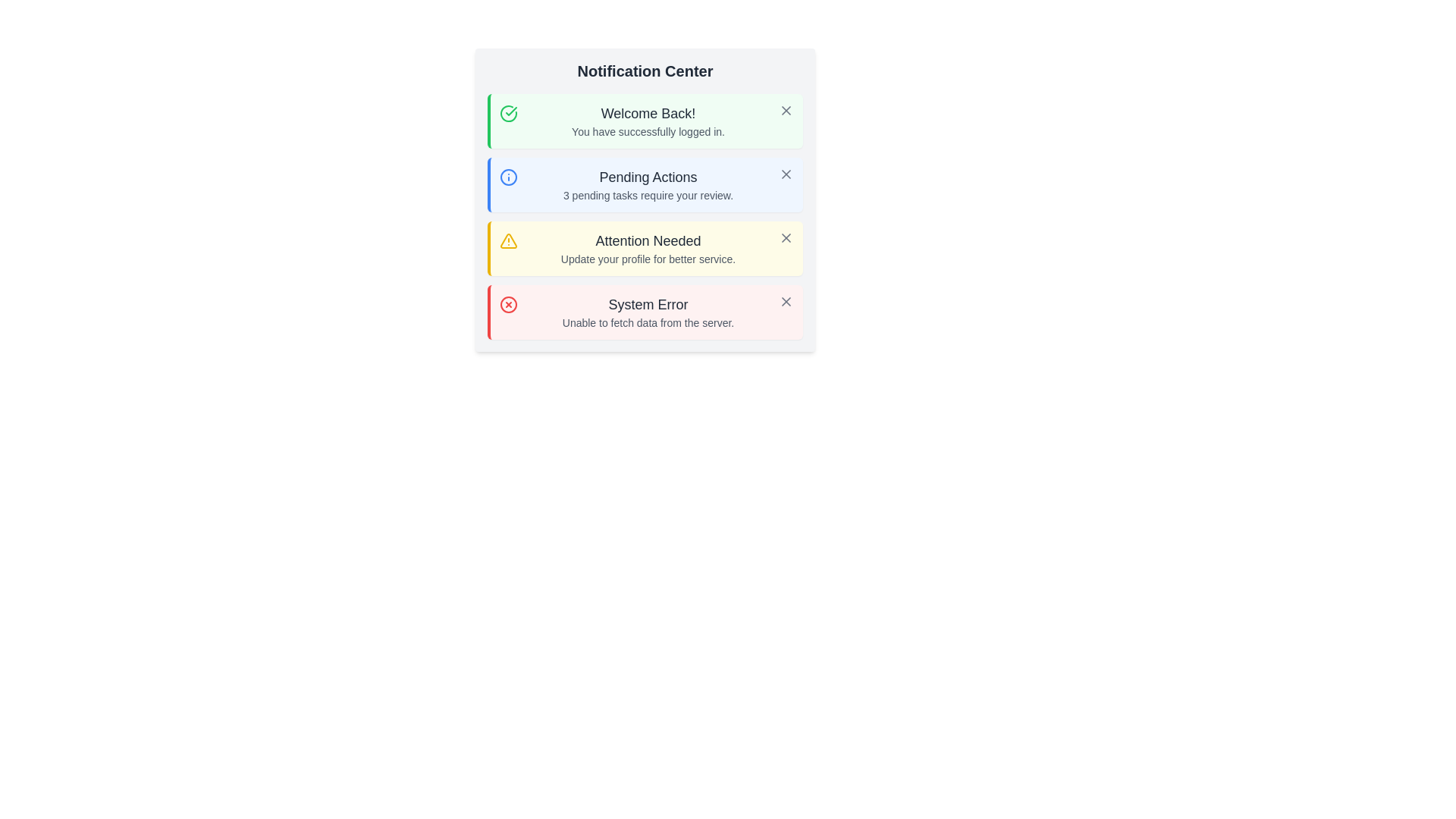 The image size is (1456, 819). Describe the element at coordinates (509, 113) in the screenshot. I see `the success confirmation icon located at the top left corner of the 'Welcome Back!' notification box for information` at that location.